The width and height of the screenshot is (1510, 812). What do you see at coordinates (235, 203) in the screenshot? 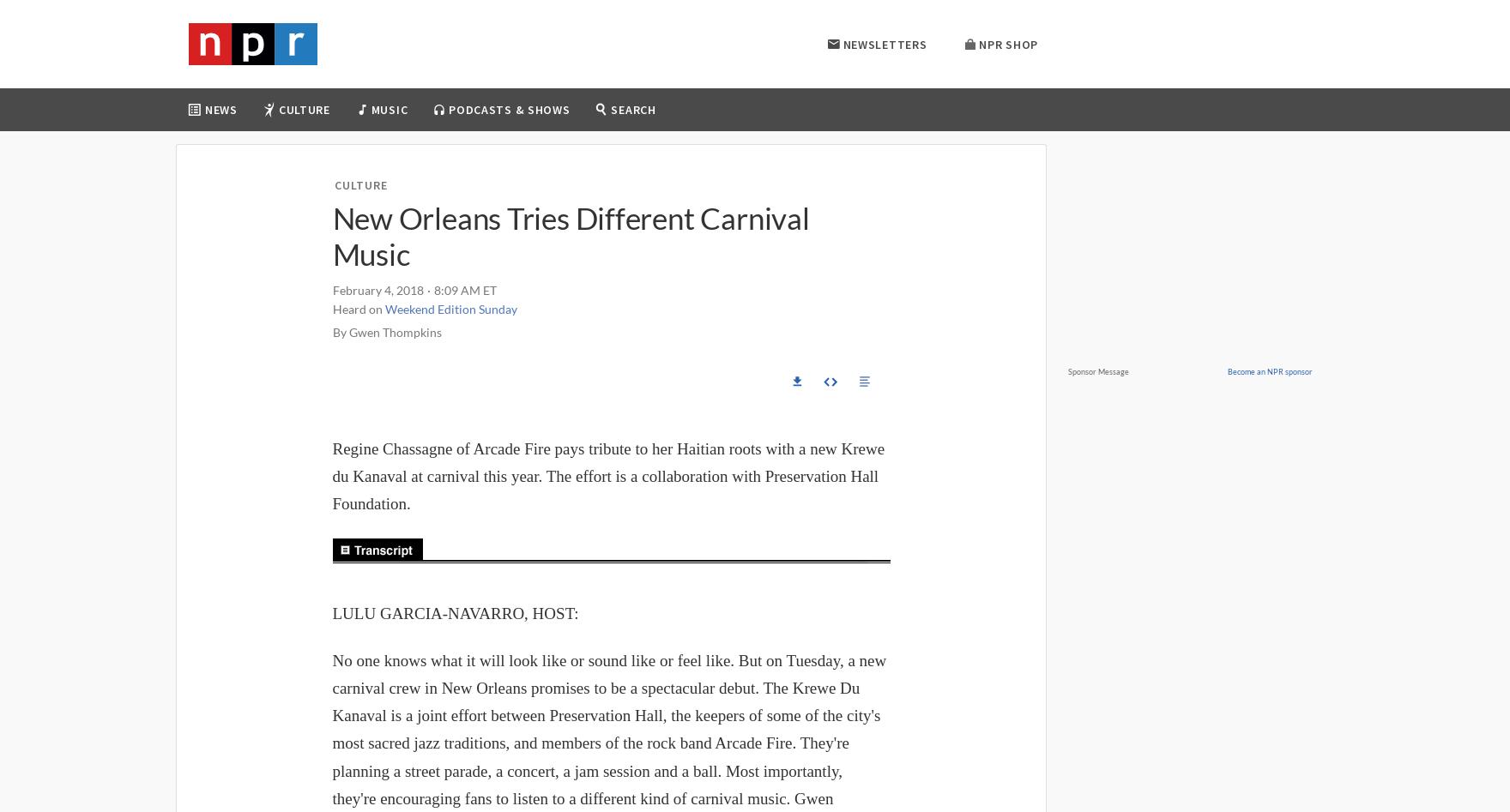
I see `'Politics'` at bounding box center [235, 203].